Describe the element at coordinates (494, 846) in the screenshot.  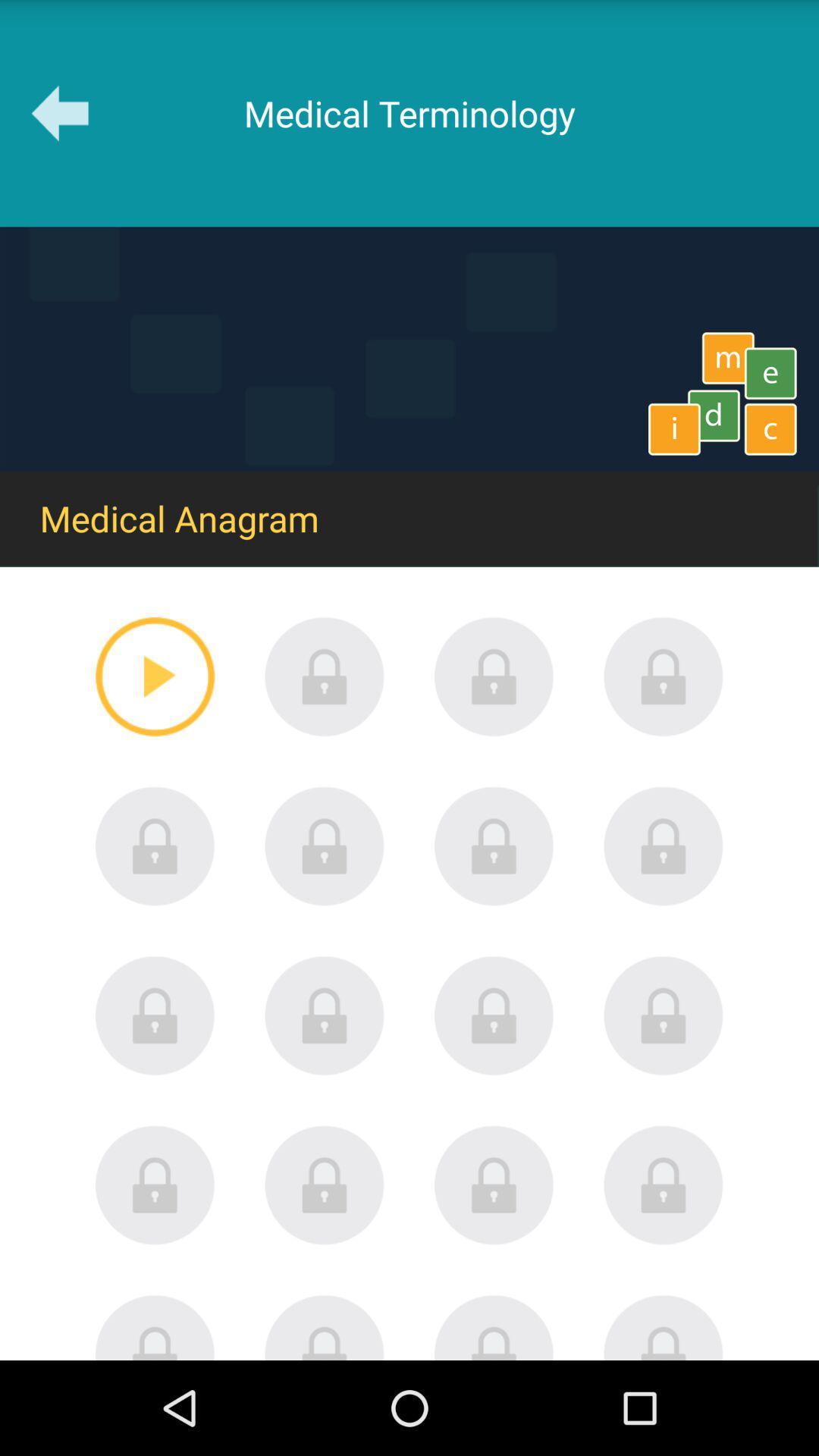
I see `choose option` at that location.